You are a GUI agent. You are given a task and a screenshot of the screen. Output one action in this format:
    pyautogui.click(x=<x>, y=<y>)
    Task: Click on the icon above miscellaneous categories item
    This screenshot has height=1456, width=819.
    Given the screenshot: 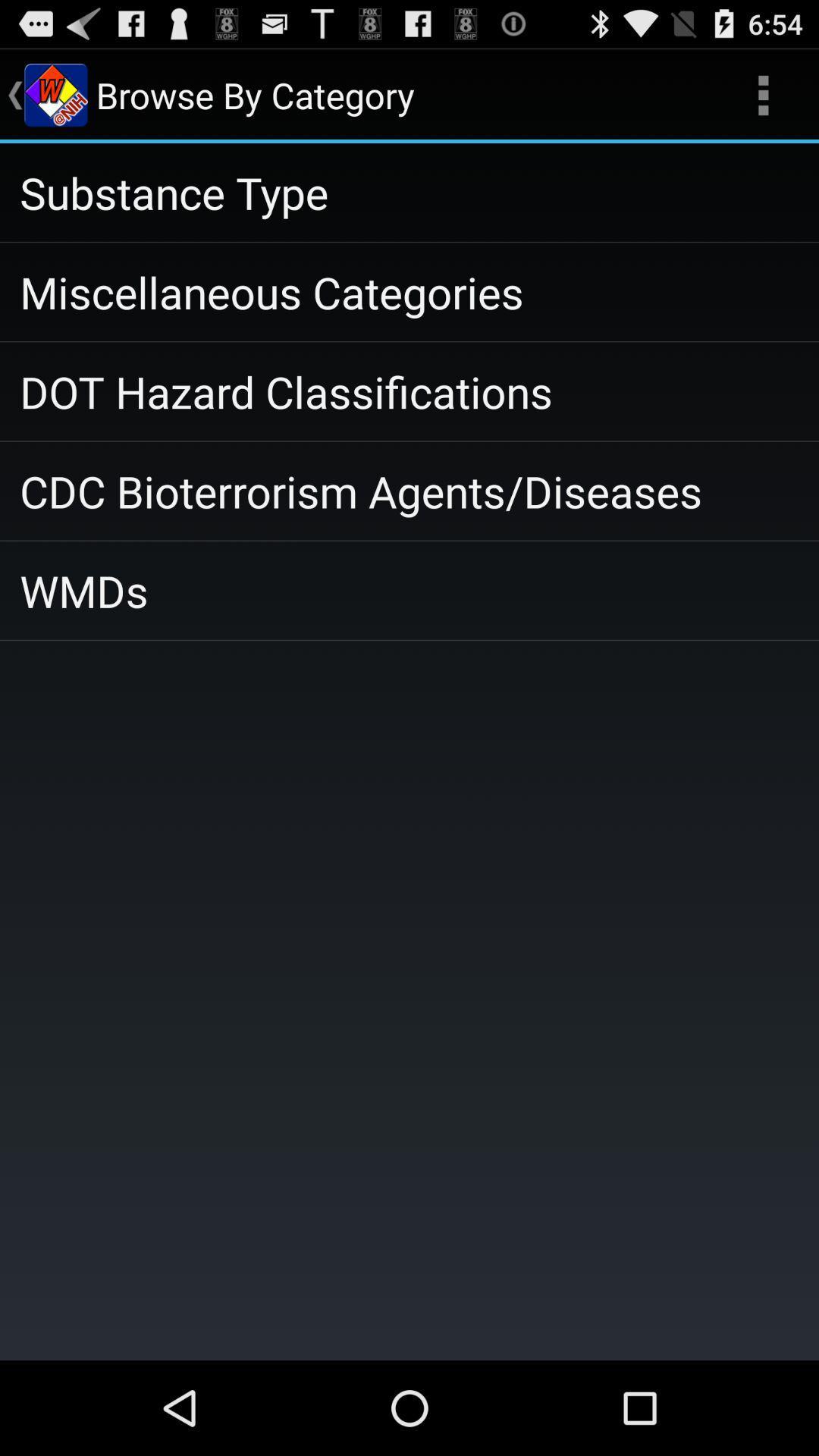 What is the action you would take?
    pyautogui.click(x=409, y=191)
    